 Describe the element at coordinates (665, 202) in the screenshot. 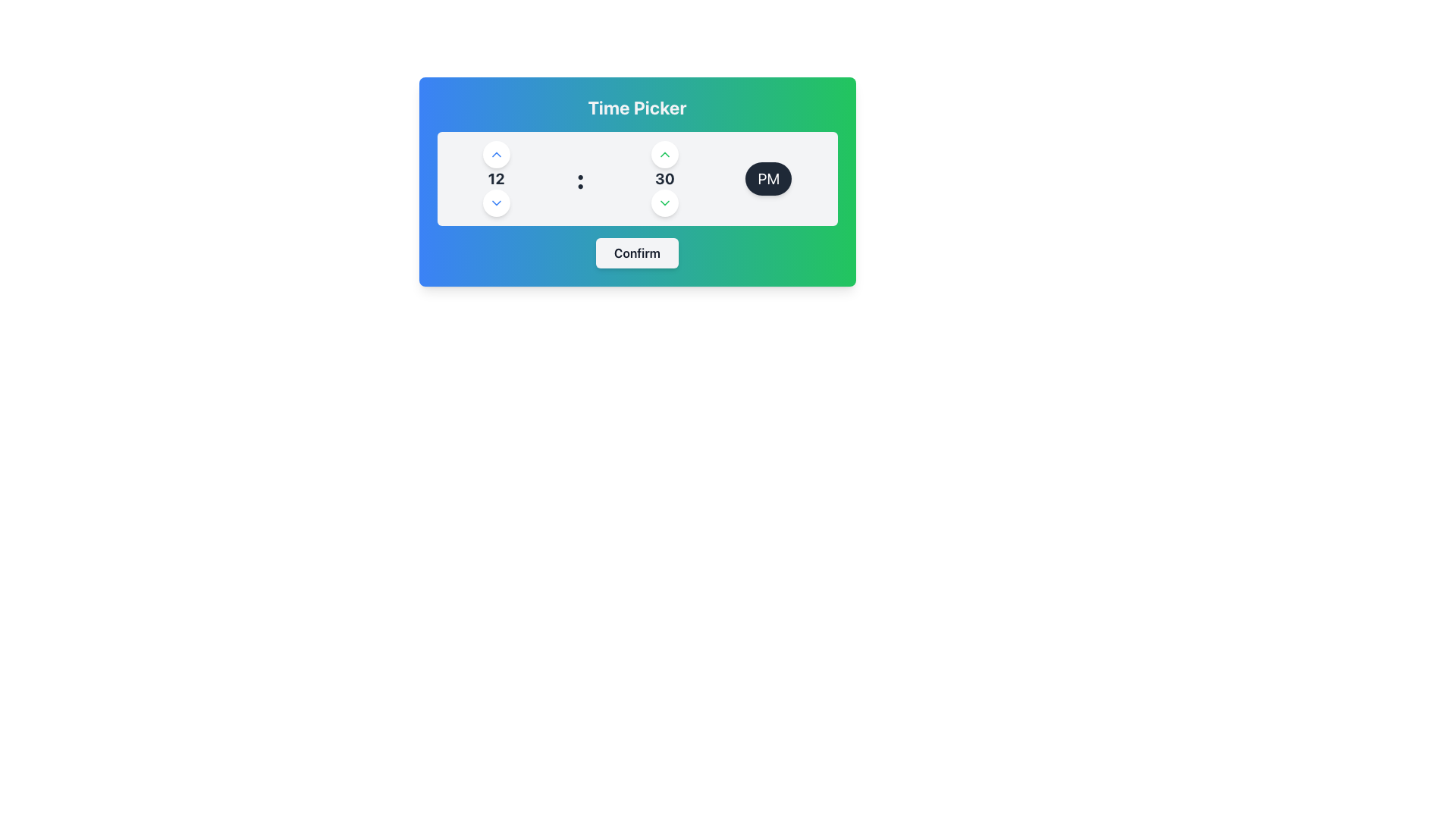

I see `the downward chevron button located at the bottom of the time selection column labeled '30' to decrement the minute value` at that location.